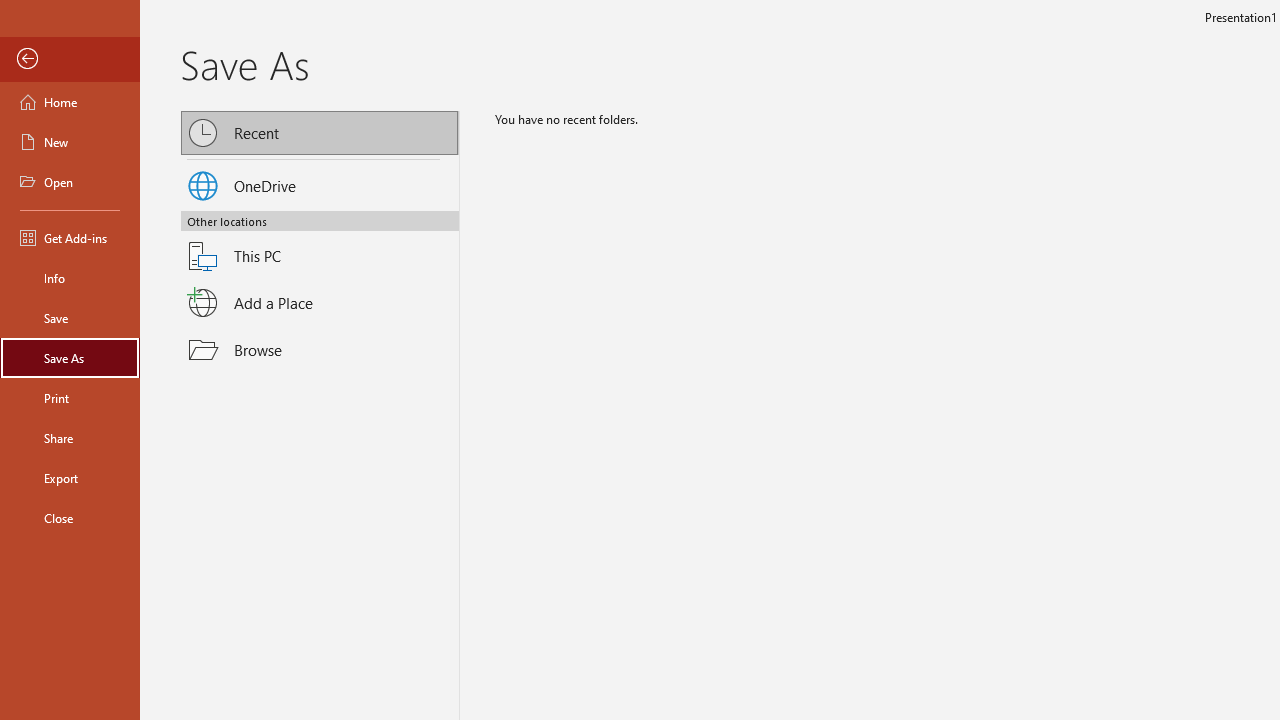  I want to click on 'Recent', so click(320, 132).